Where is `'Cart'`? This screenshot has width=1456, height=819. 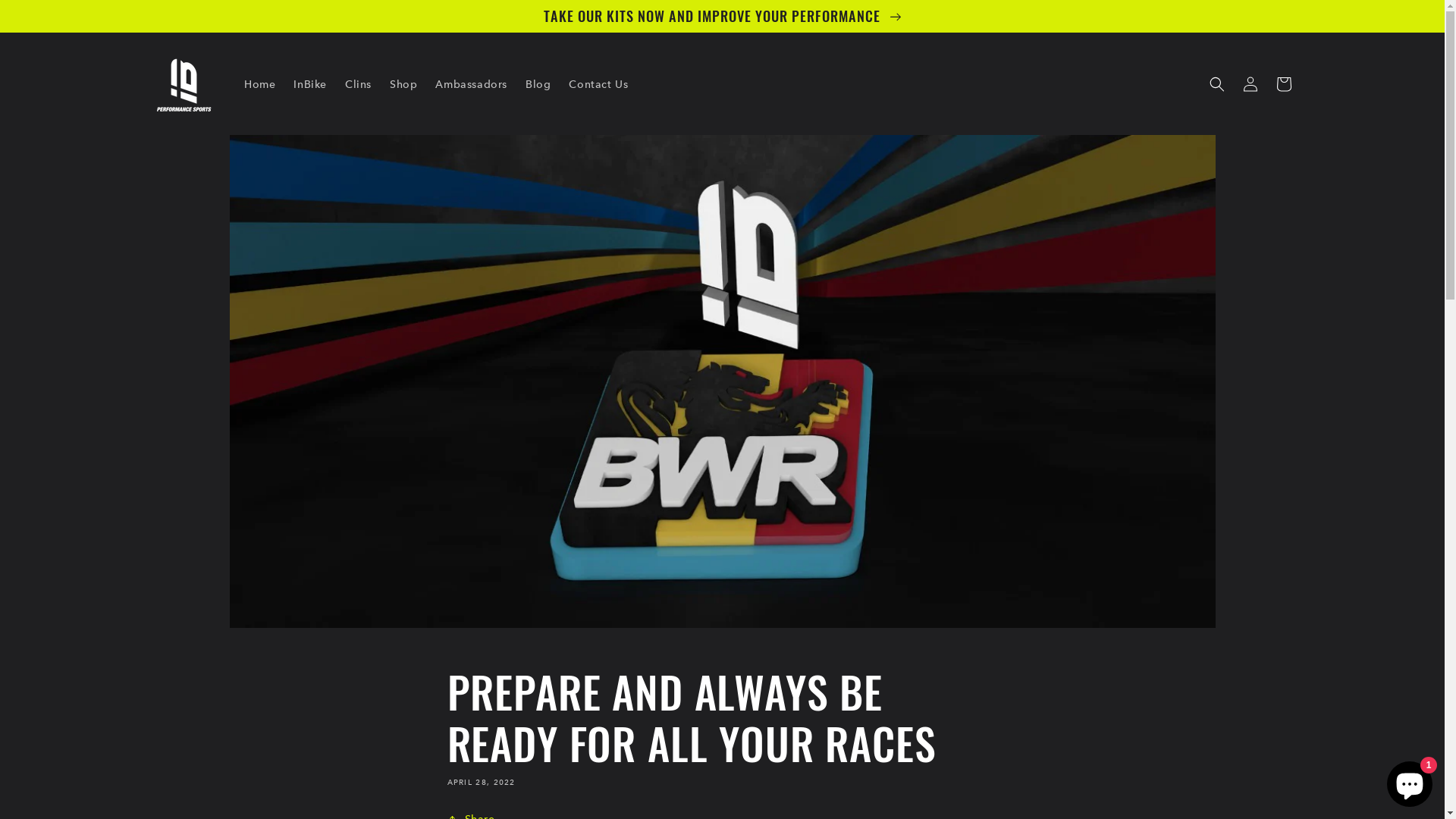 'Cart' is located at coordinates (1282, 84).